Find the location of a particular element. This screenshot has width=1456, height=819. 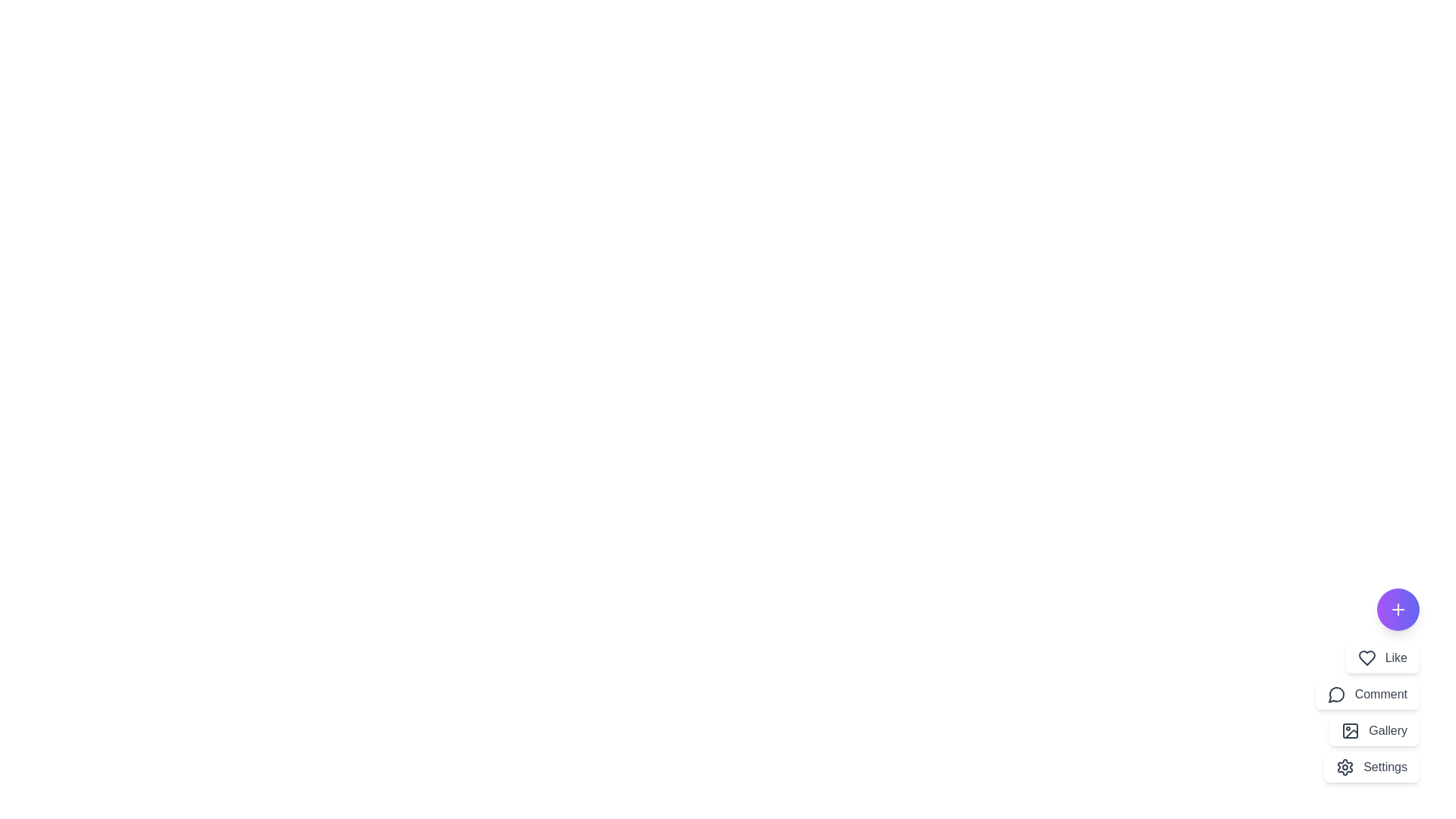

the menu option Comment to activate it is located at coordinates (1367, 694).